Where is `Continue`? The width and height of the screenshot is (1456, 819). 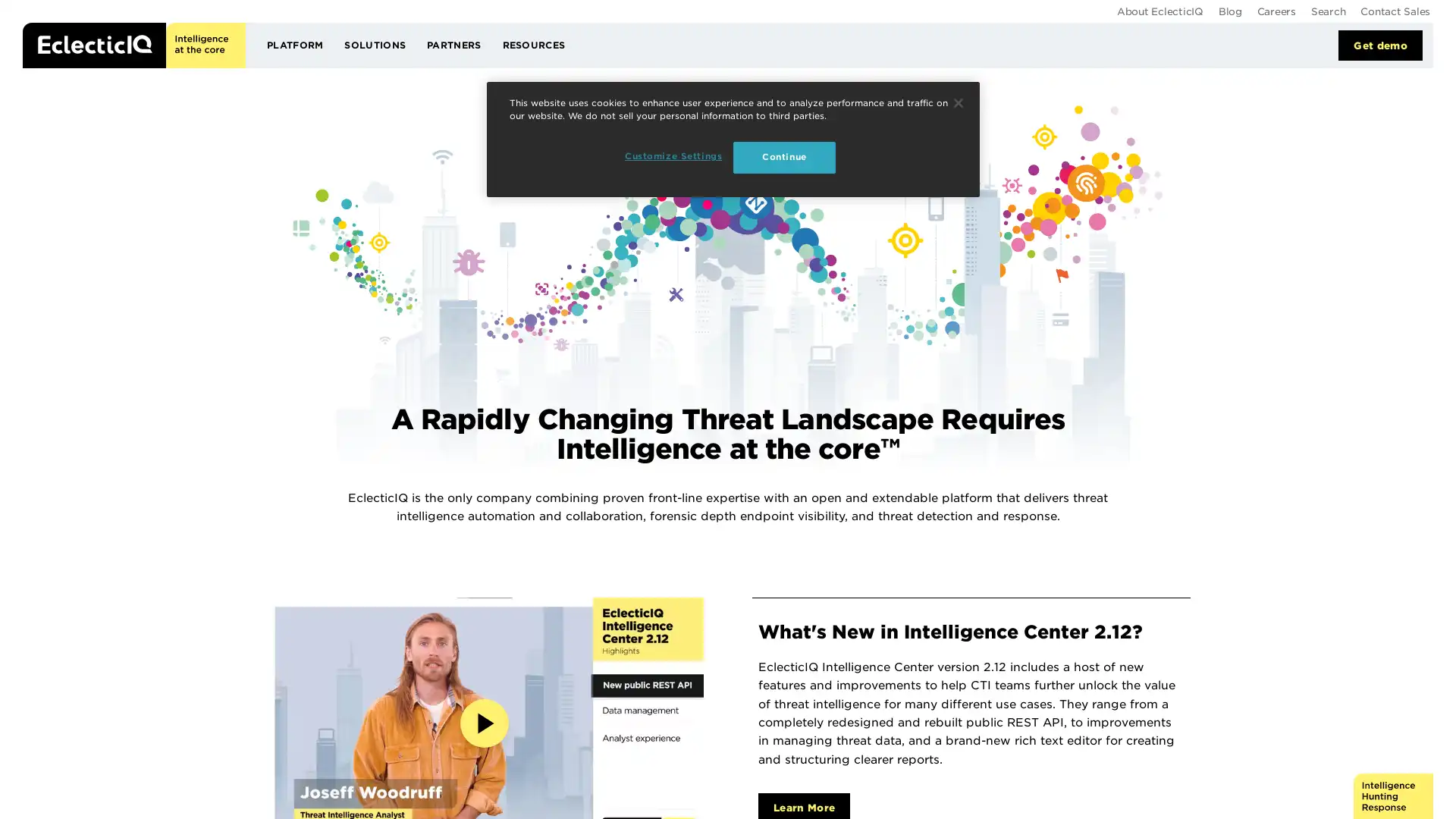
Continue is located at coordinates (784, 158).